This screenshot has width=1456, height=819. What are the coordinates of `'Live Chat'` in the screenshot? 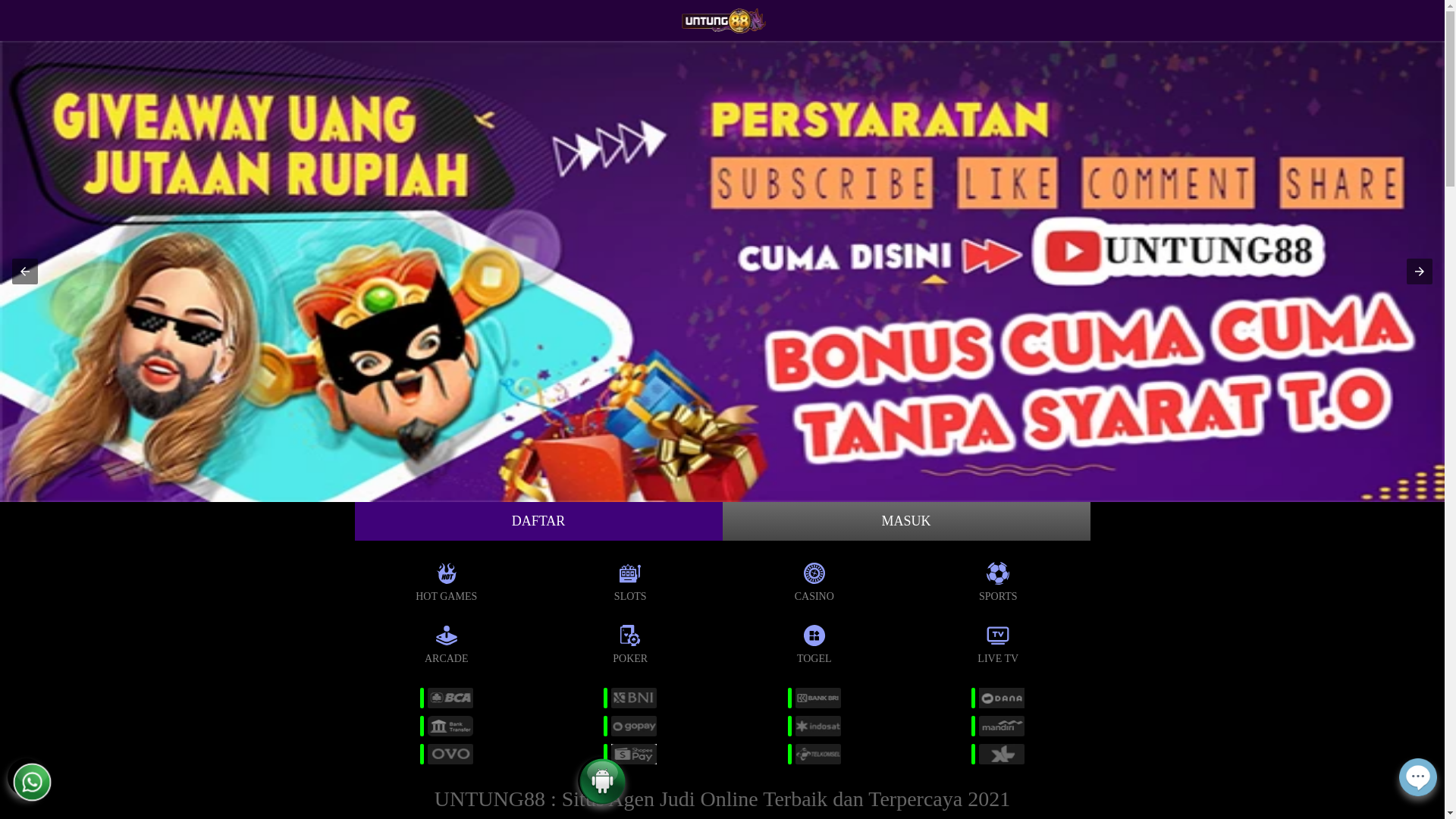 It's located at (1417, 786).